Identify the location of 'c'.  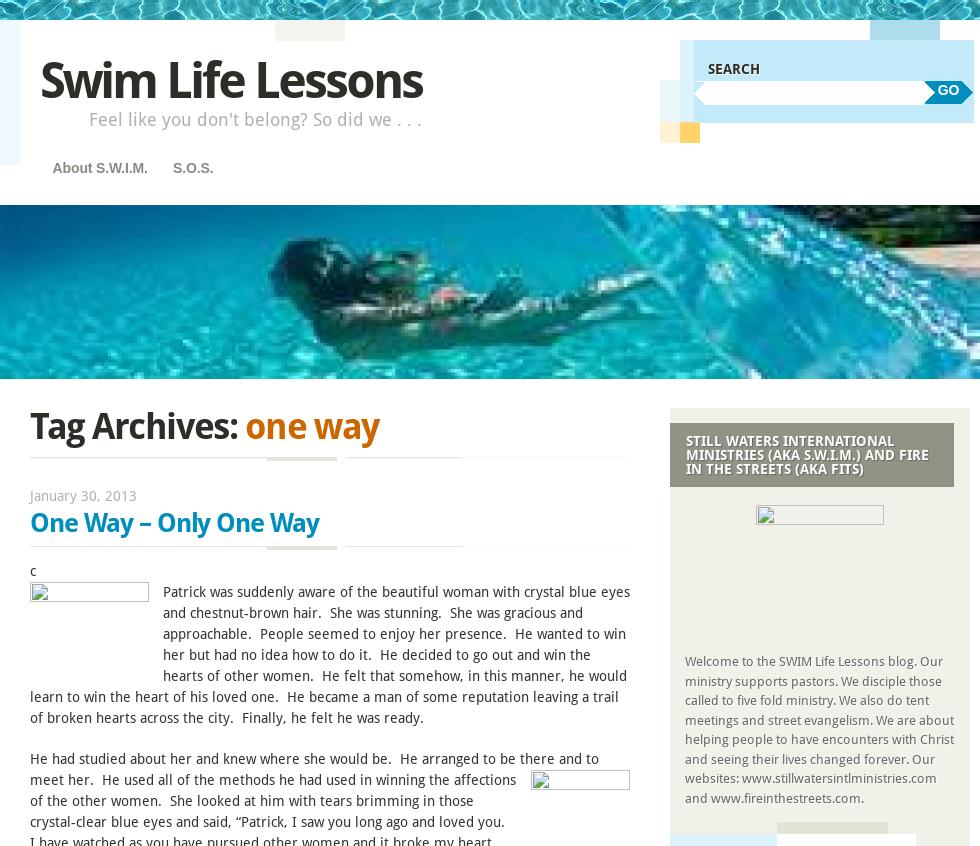
(33, 569).